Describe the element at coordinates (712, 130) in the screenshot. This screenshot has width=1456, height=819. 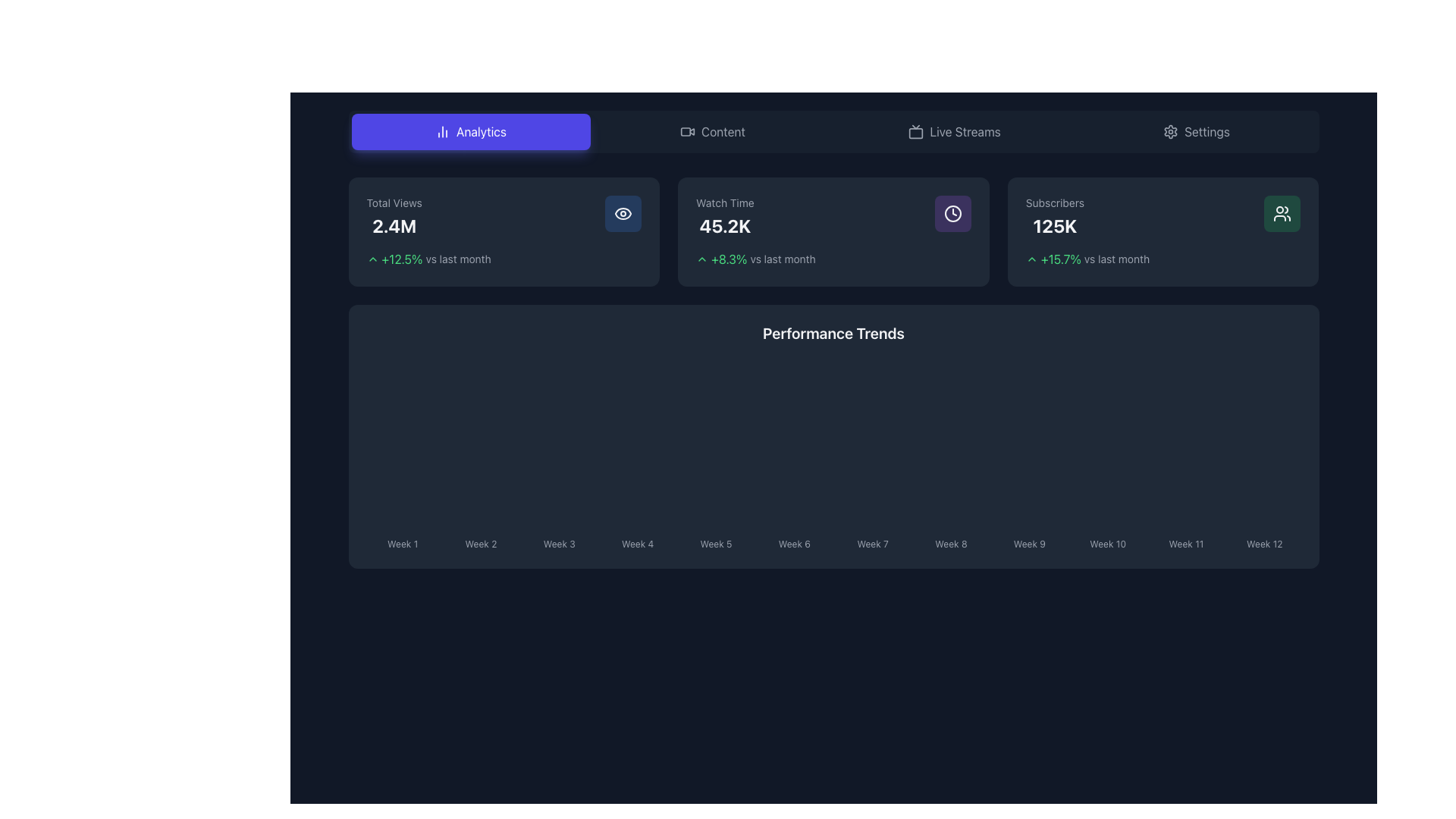
I see `the Navigation button labeled 'Content' in the horizontal navigation bar` at that location.